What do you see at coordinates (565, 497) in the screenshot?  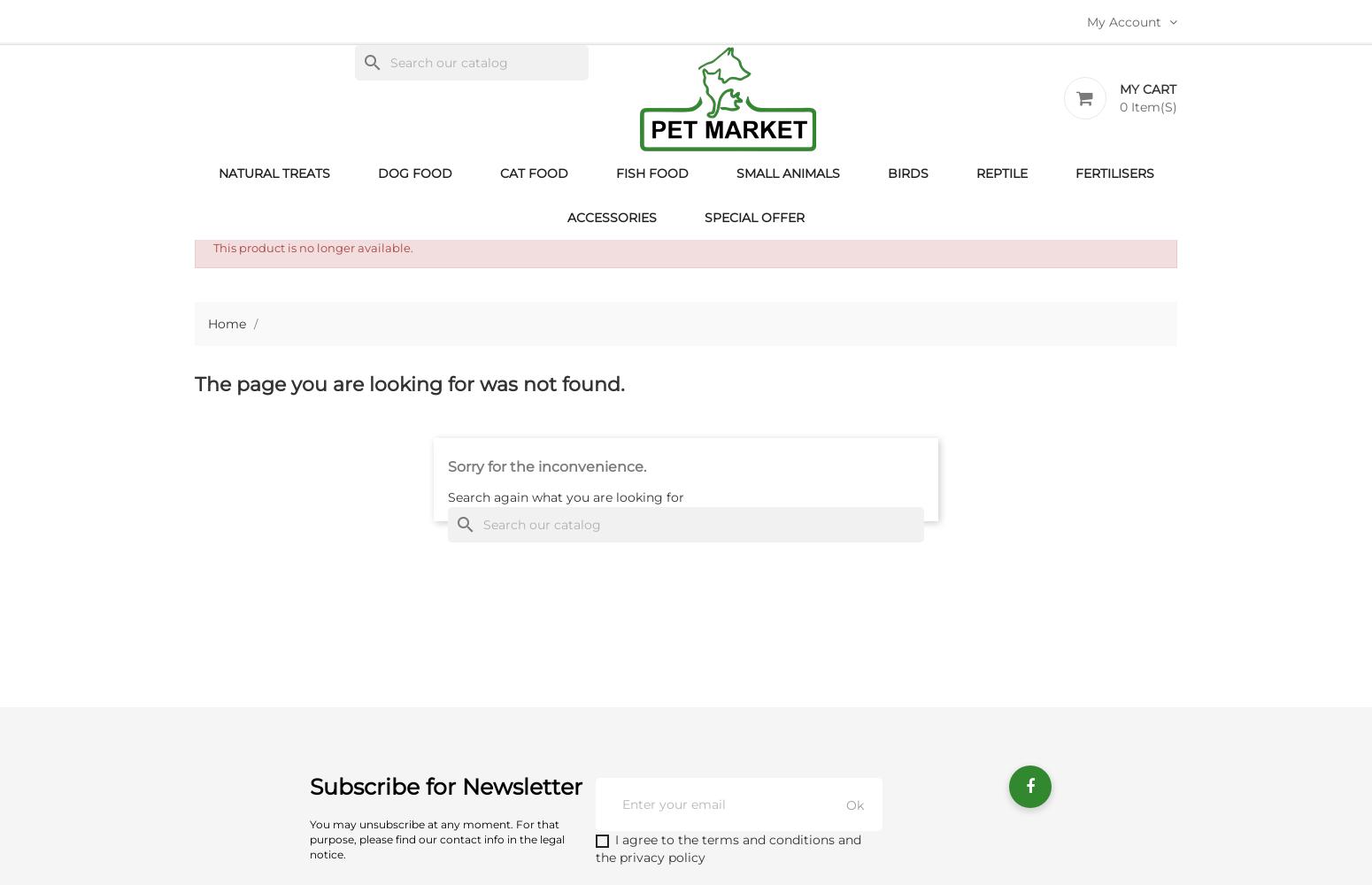 I see `'Search again what you are looking for'` at bounding box center [565, 497].